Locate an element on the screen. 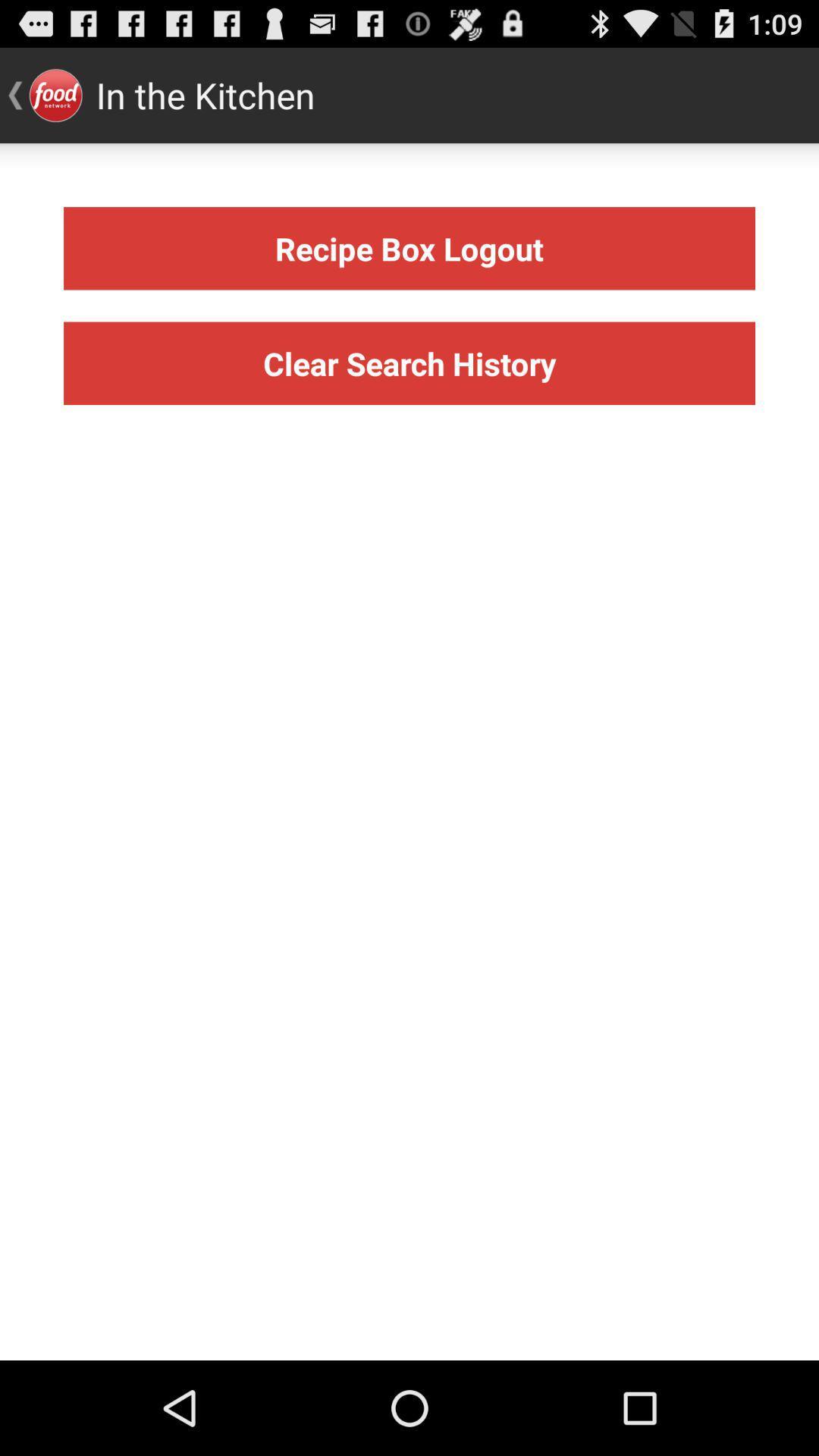 This screenshot has width=819, height=1456. recipe box logout icon is located at coordinates (409, 248).